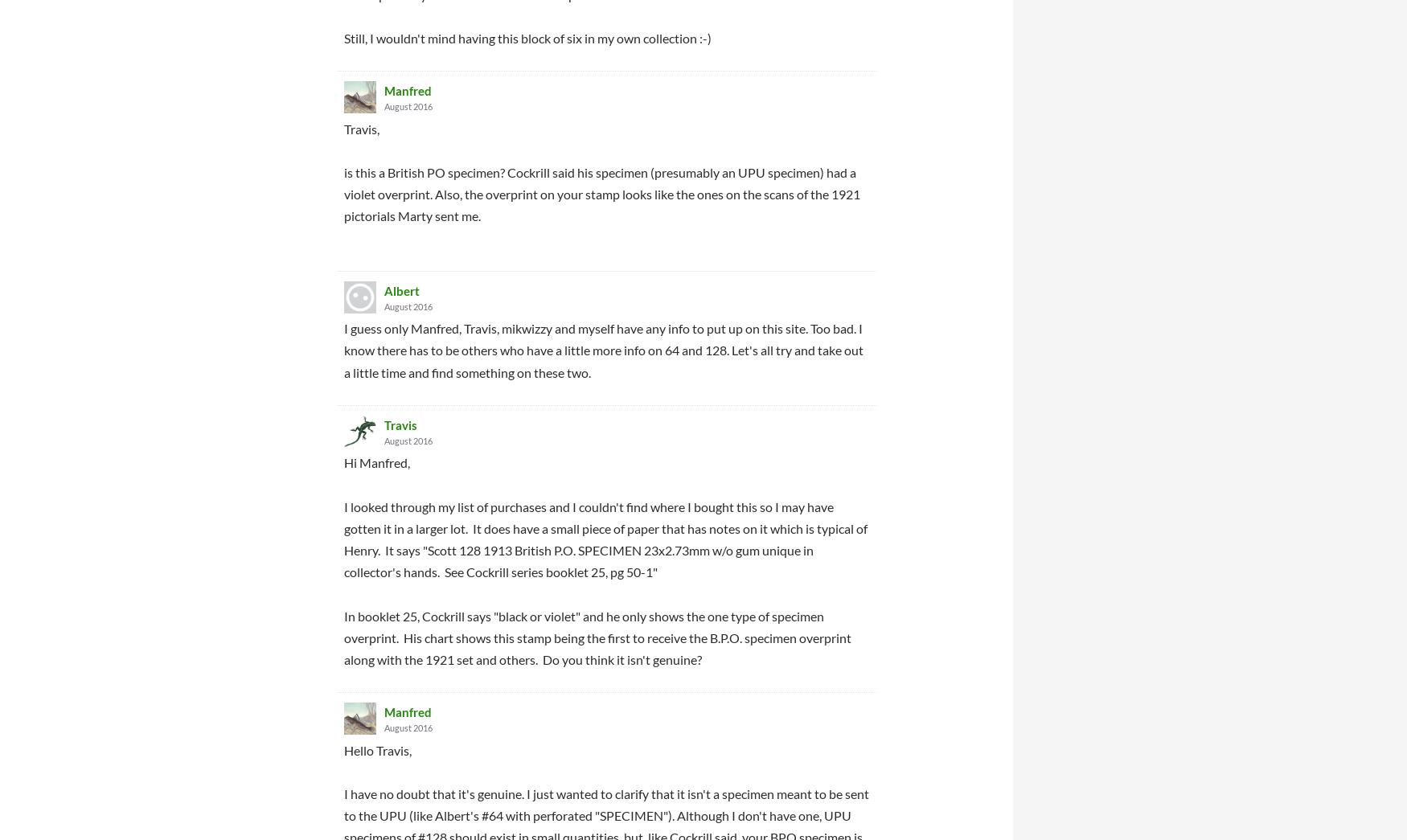 This screenshot has height=840, width=1407. What do you see at coordinates (602, 192) in the screenshot?
I see `'is this a British PO specimen? Cockrill said his specimen (presumably an UPU specimen) had a violet overprint. Also, the overprint on your stamp looks like the ones on the scans of the 1921 pictorials Marty sent me.'` at bounding box center [602, 192].